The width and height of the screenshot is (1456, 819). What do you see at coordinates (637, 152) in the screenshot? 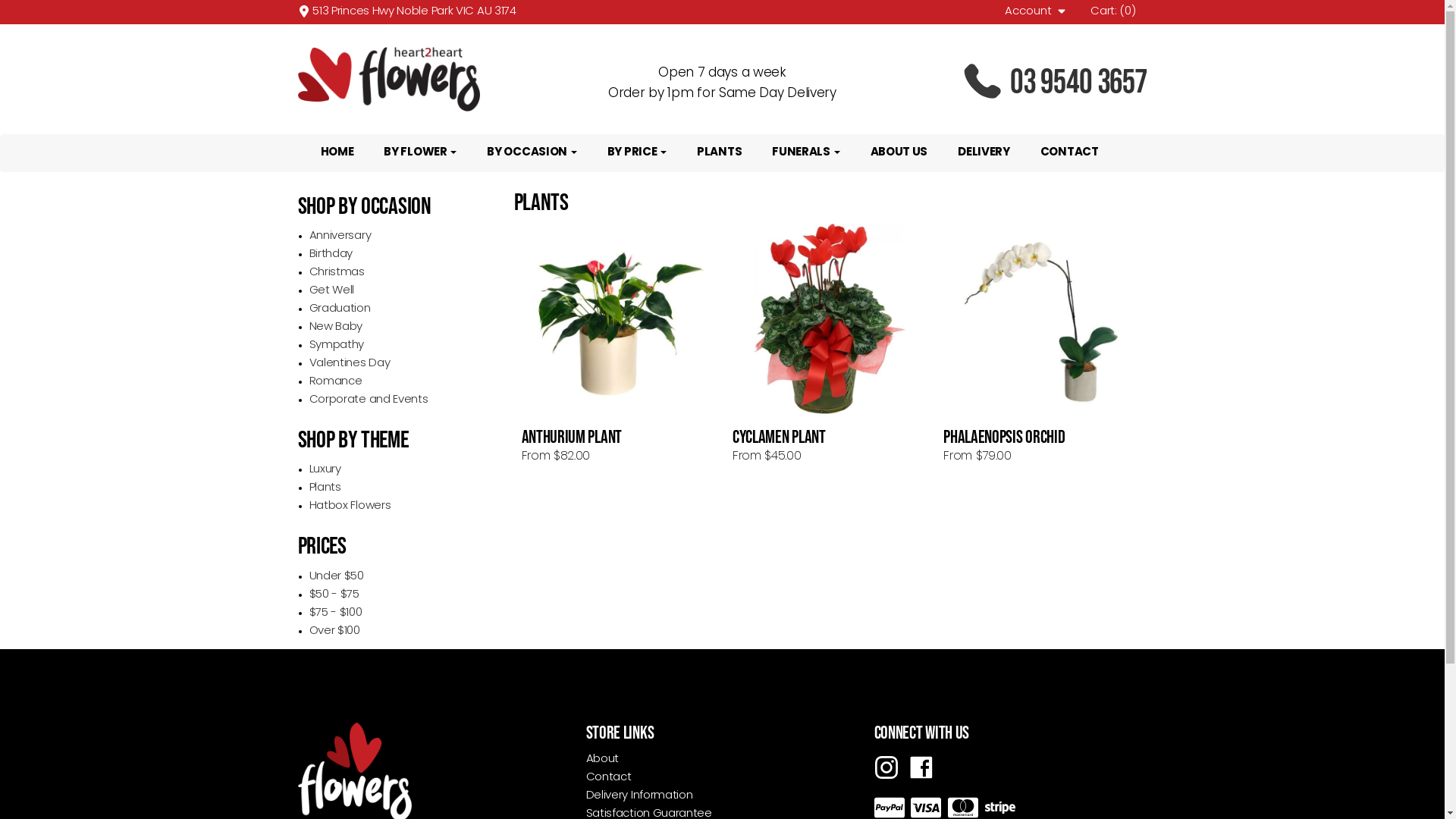
I see `'BY PRICE'` at bounding box center [637, 152].